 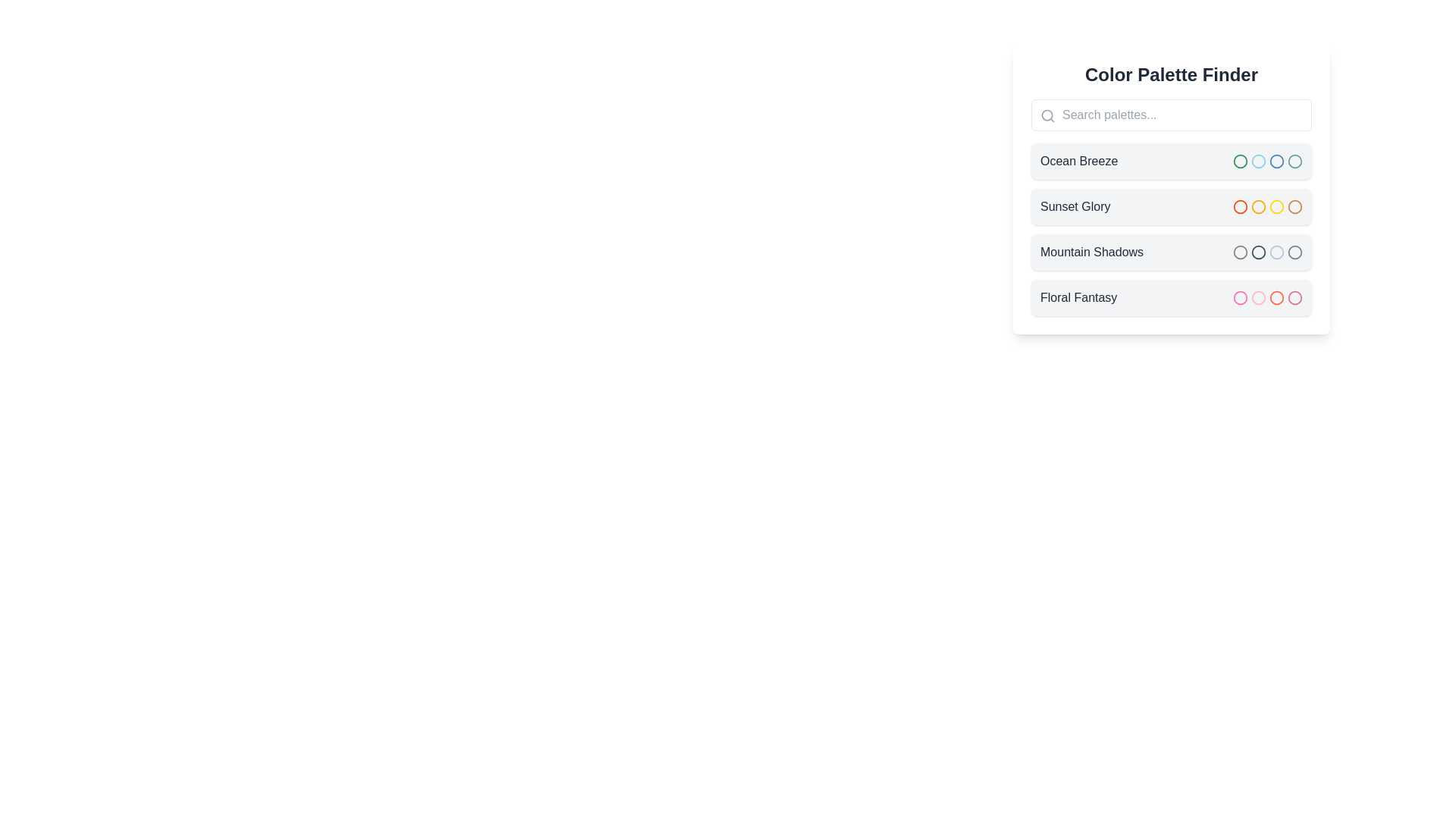 I want to click on the circular outline in the middle of the magnifying glass icon, which is part of the search icon in the 'Color Palette Finder' section, so click(x=1046, y=115).